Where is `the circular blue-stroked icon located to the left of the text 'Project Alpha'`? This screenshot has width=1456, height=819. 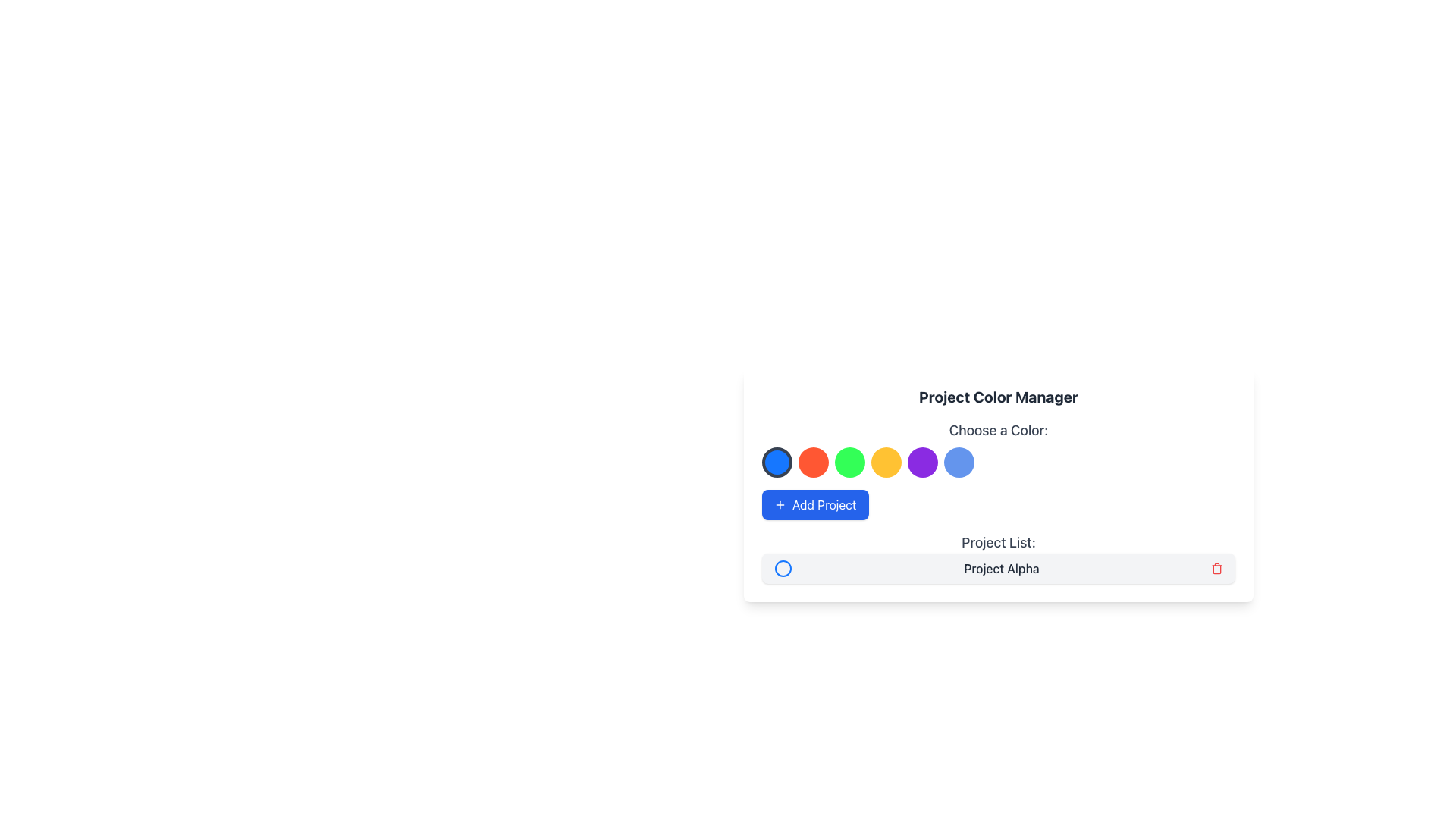
the circular blue-stroked icon located to the left of the text 'Project Alpha' is located at coordinates (783, 568).